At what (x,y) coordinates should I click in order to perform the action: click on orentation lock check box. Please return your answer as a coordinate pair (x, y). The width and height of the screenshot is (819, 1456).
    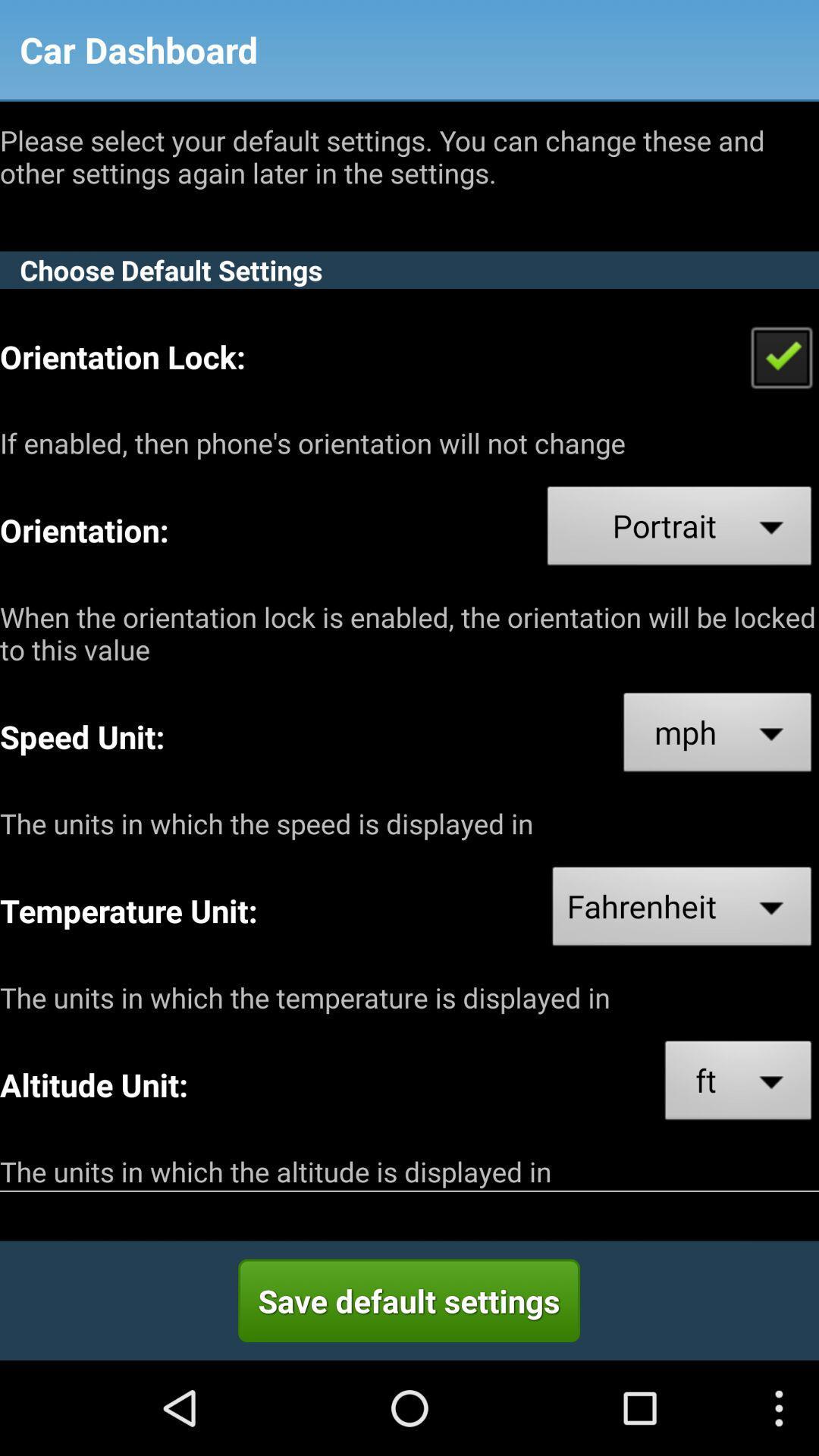
    Looking at the image, I should click on (781, 356).